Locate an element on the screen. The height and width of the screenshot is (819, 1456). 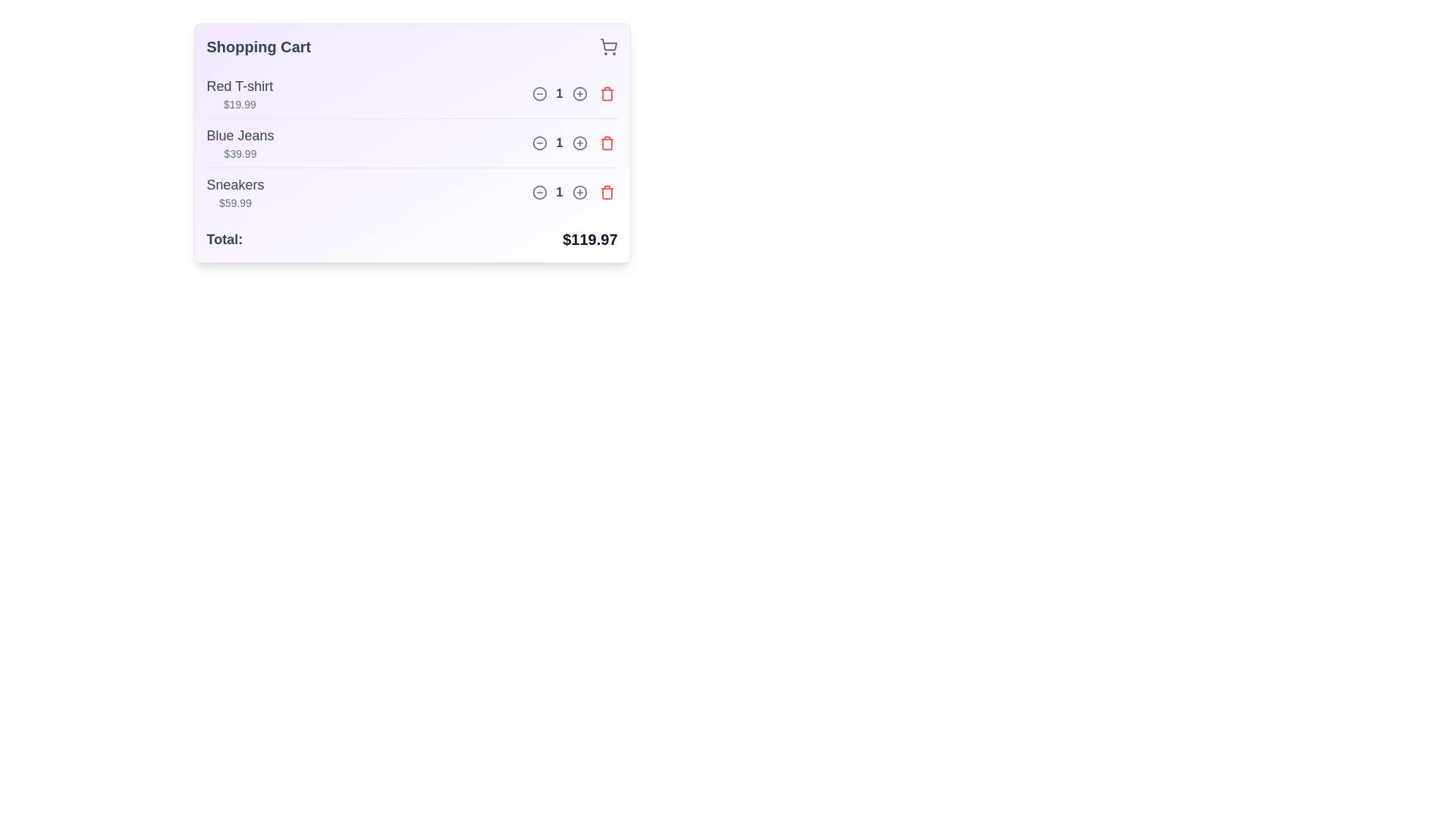
the circular '+' button for adjusting the quantity of the 'Red T-shirt' item in the shopping cart interface is located at coordinates (573, 93).